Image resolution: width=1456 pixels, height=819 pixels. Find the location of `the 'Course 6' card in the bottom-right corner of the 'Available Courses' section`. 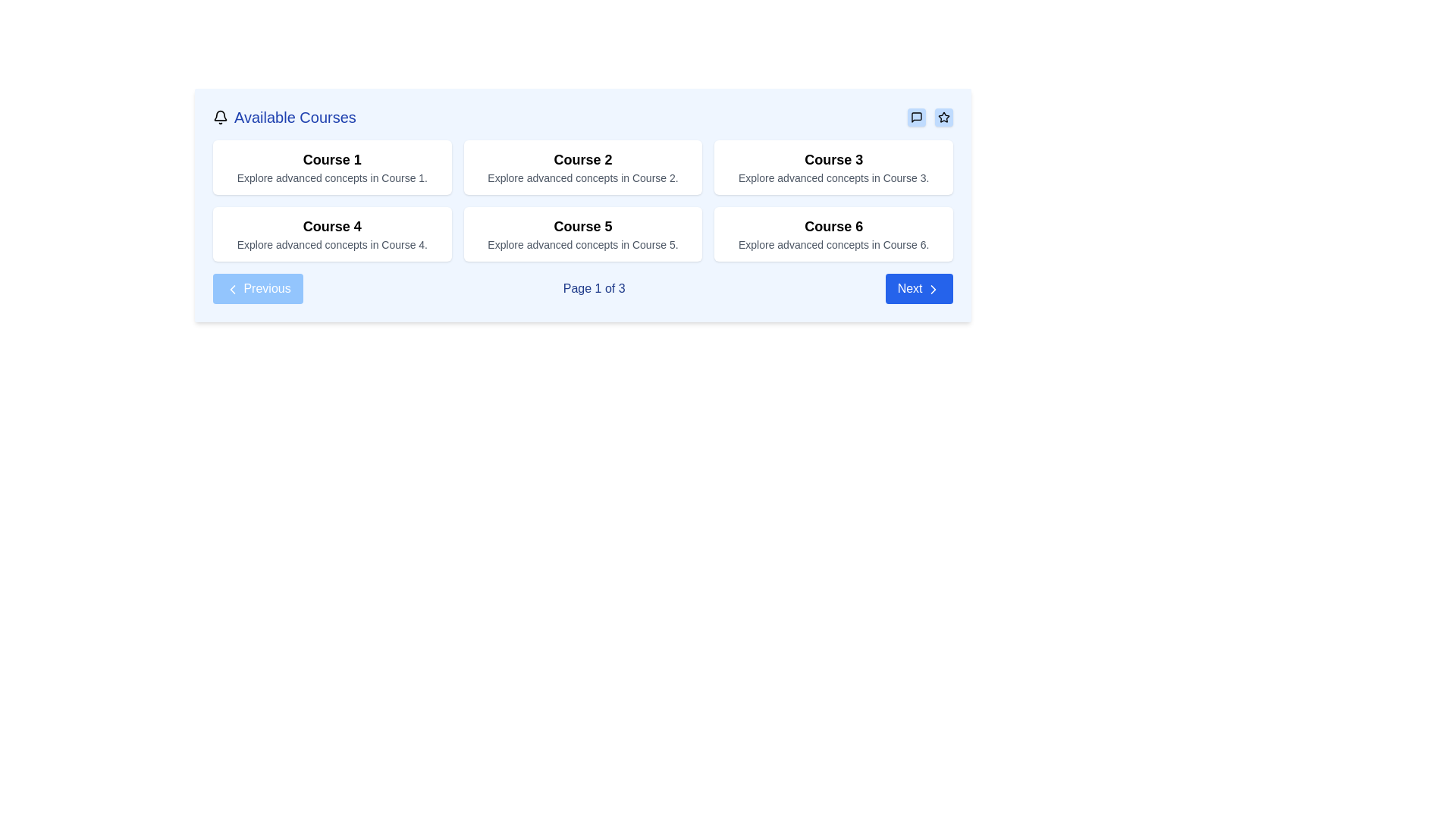

the 'Course 6' card in the bottom-right corner of the 'Available Courses' section is located at coordinates (833, 234).